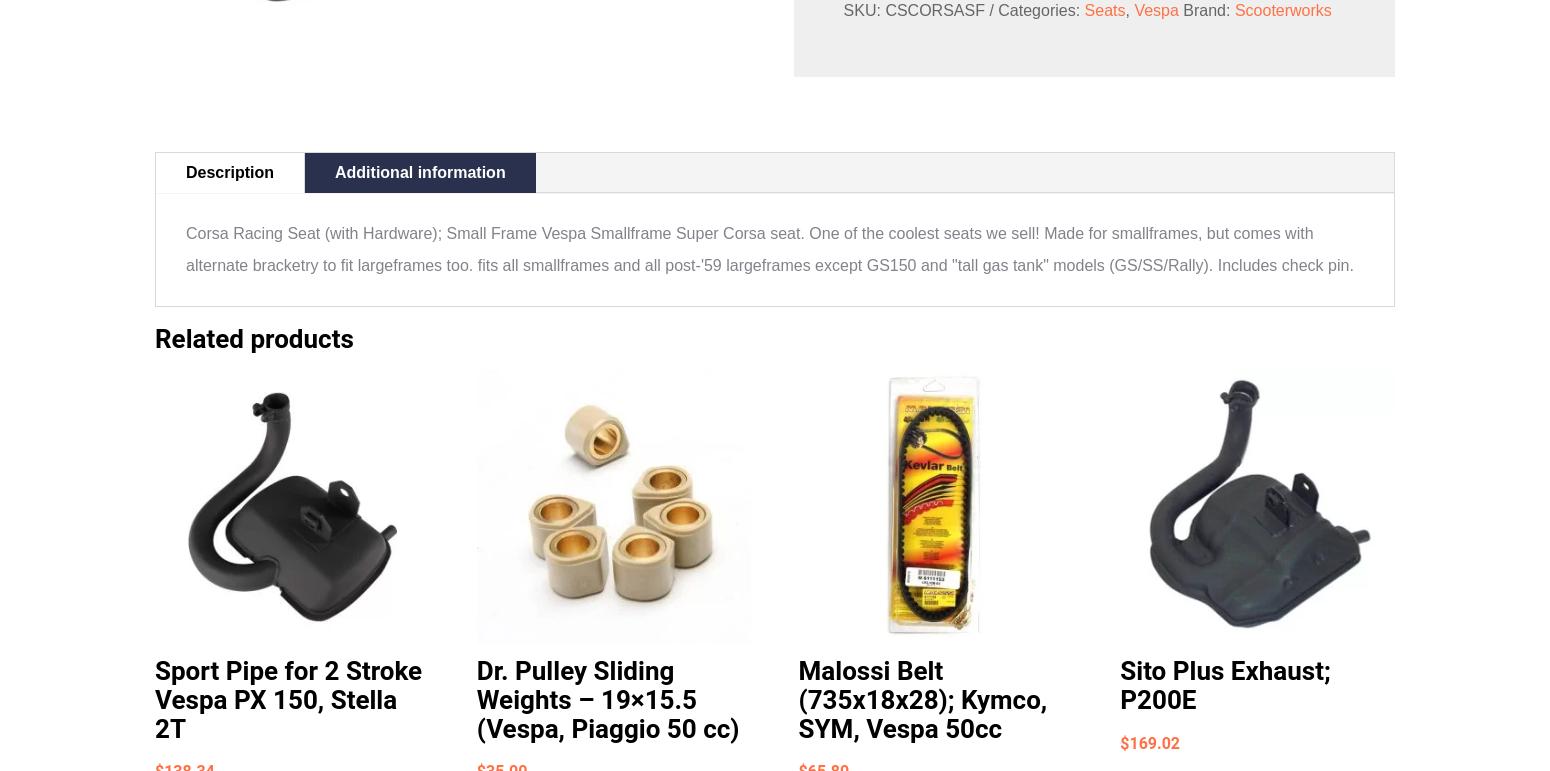 This screenshot has height=771, width=1550. Describe the element at coordinates (1103, 9) in the screenshot. I see `'Seats'` at that location.